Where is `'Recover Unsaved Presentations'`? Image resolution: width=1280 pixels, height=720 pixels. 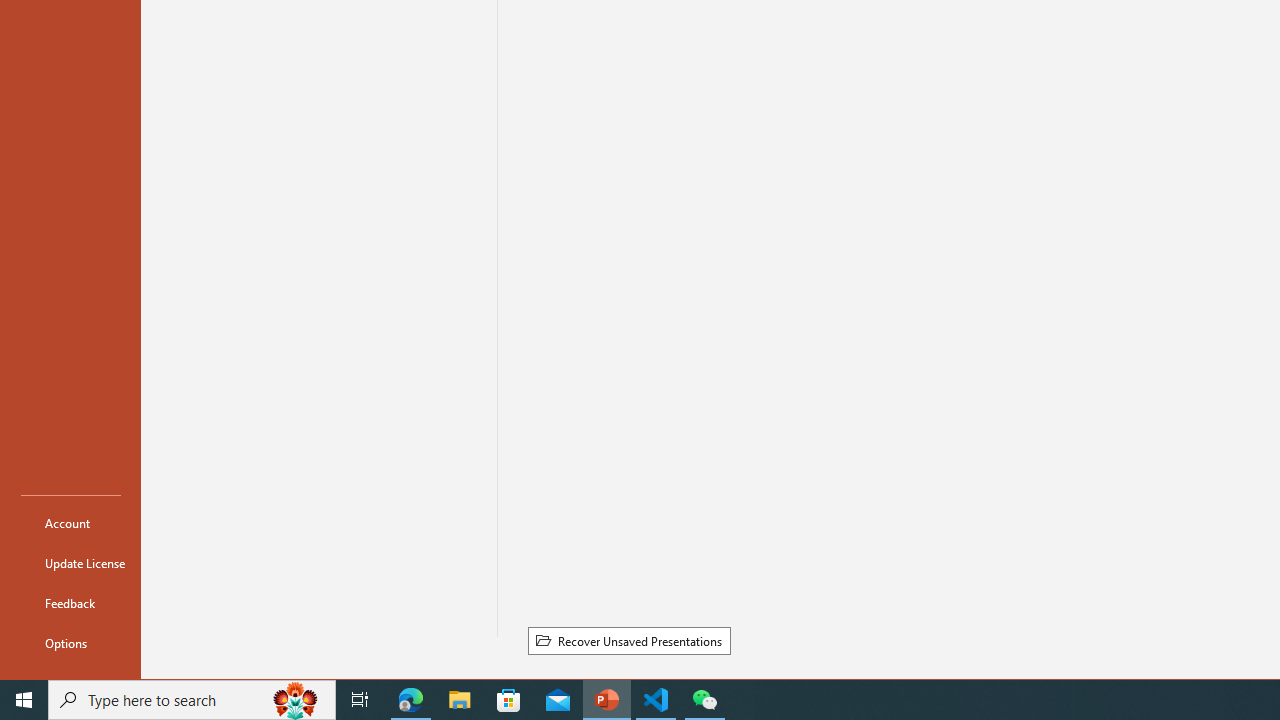
'Recover Unsaved Presentations' is located at coordinates (628, 641).